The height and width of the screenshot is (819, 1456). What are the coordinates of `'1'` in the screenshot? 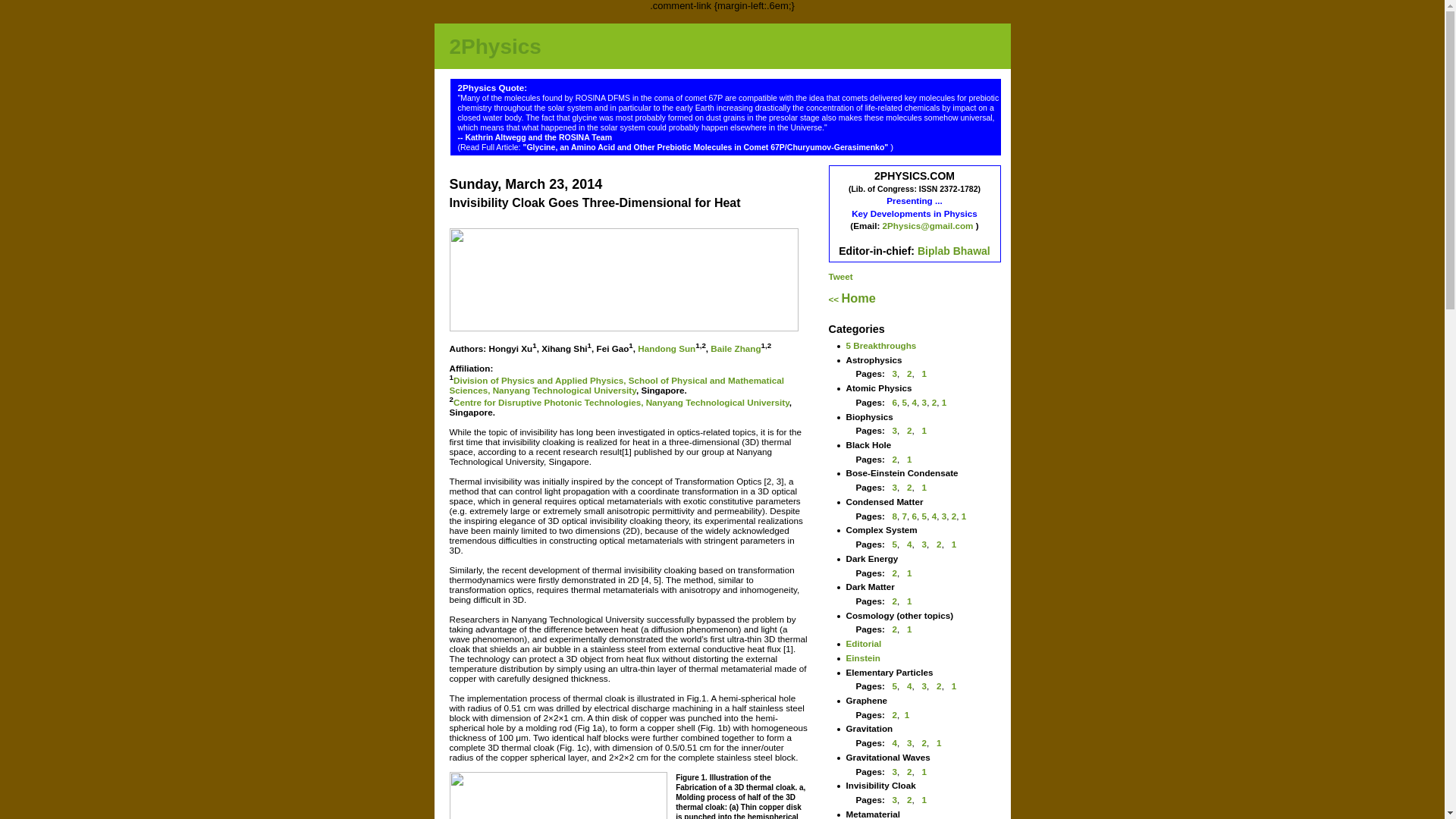 It's located at (906, 572).